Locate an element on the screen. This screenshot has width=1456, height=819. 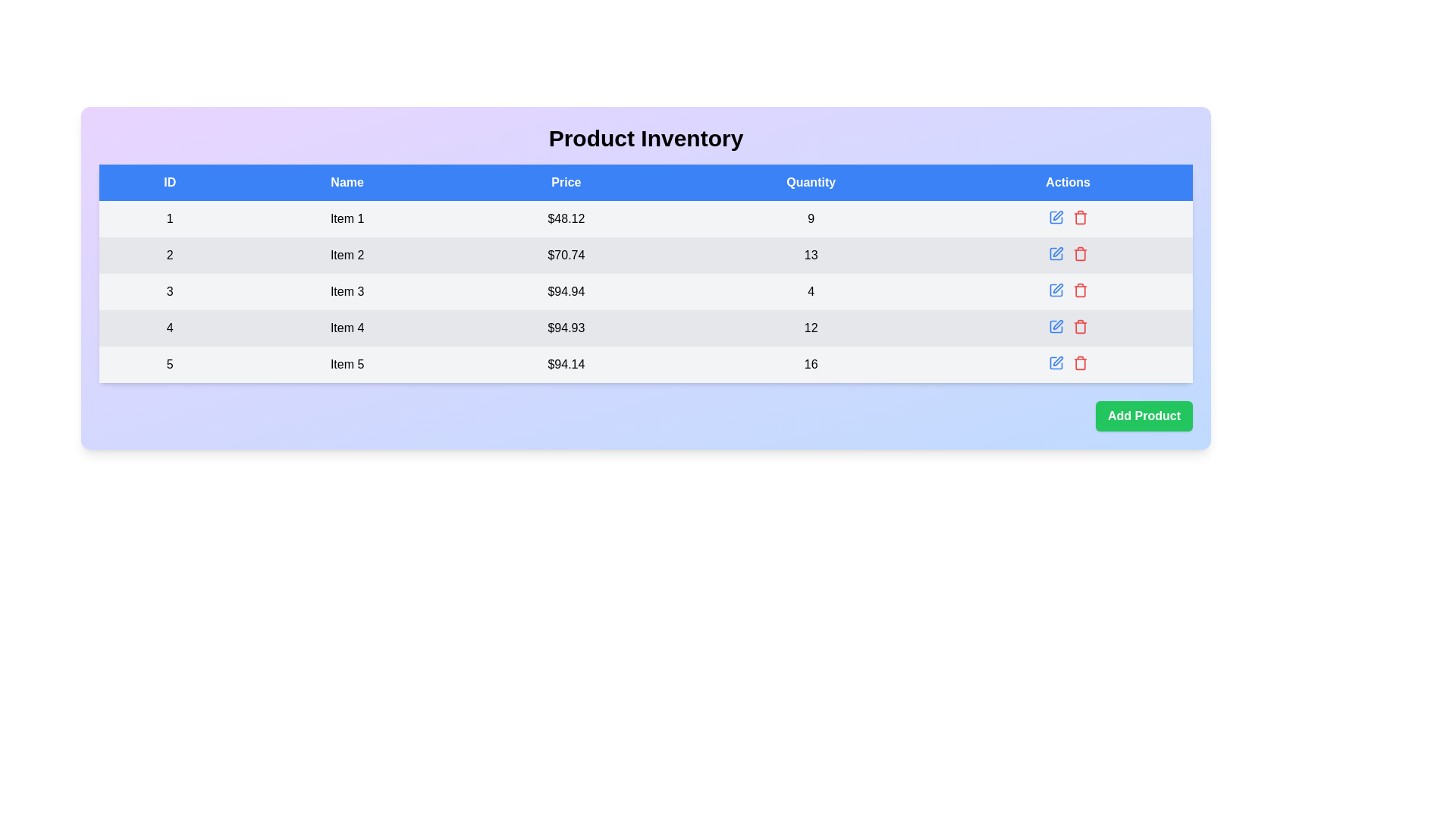
the first header element of the table, which labels the unique identifiers (IDs) for each row entry beneath it is located at coordinates (170, 181).